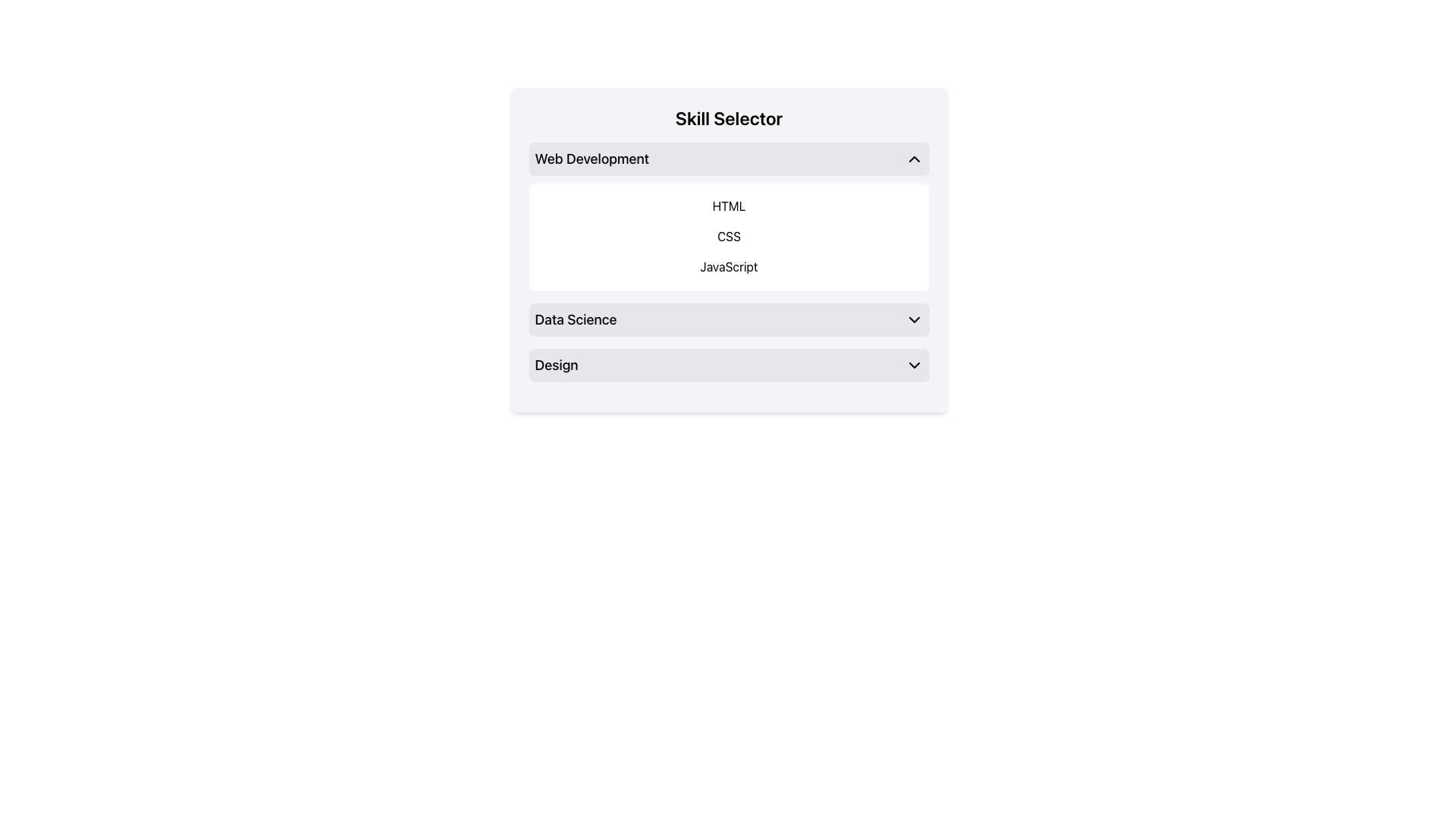  I want to click on the icon located to the right of the 'Data Science' text, so click(913, 318).